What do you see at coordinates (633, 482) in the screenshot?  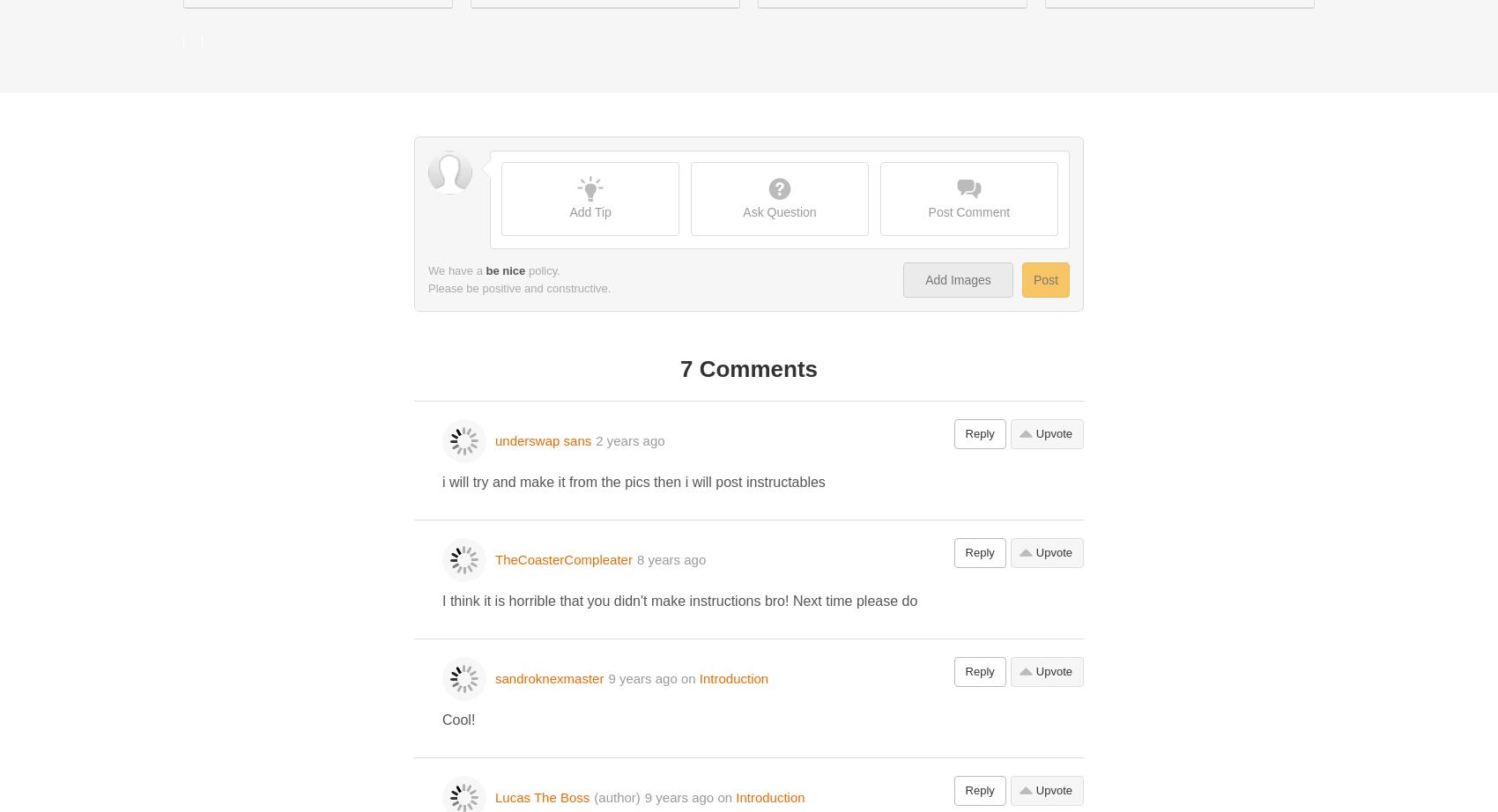 I see `'i will try and make it from the pics then i will post instructables'` at bounding box center [633, 482].